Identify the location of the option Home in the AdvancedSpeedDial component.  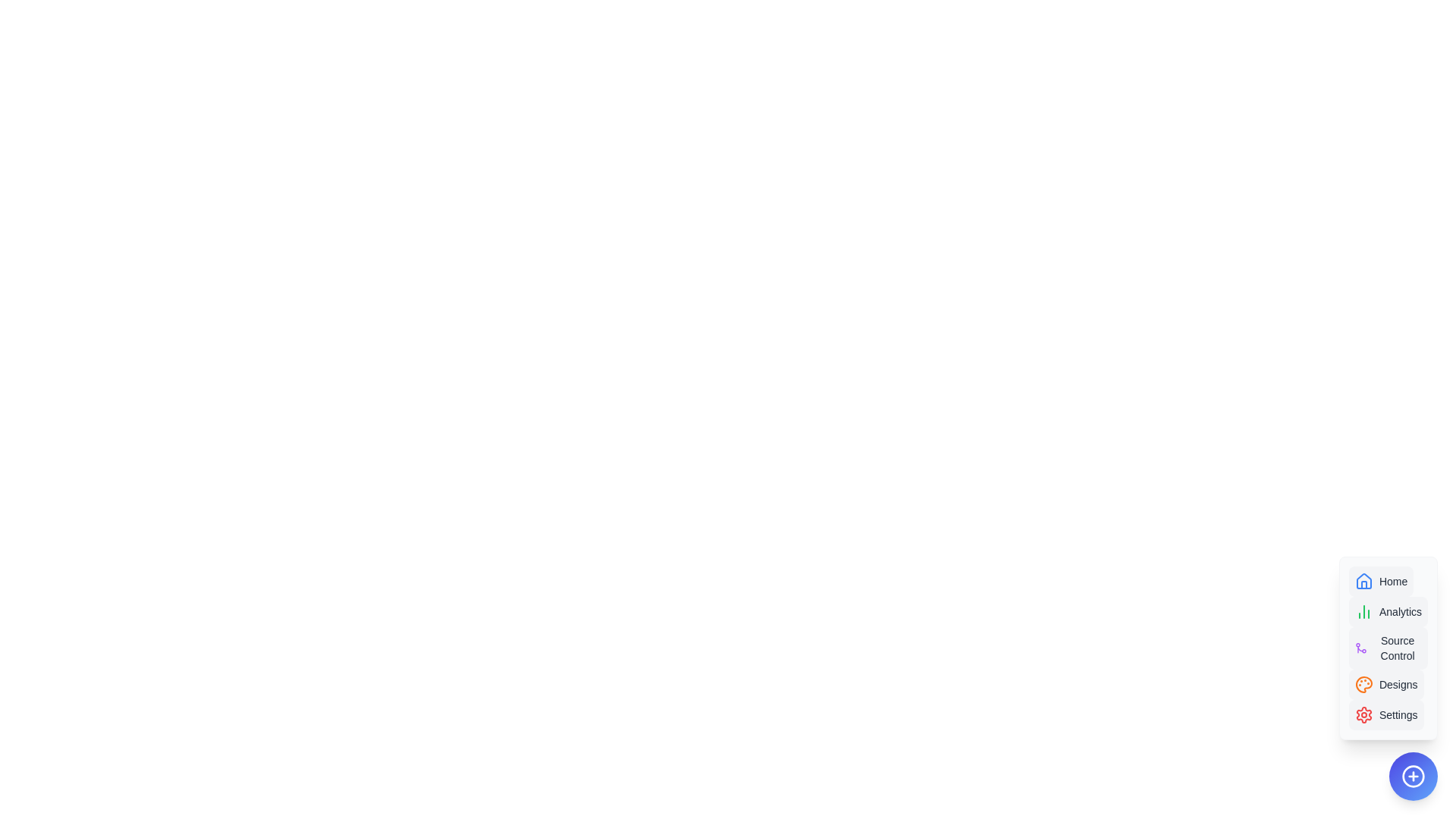
(1381, 581).